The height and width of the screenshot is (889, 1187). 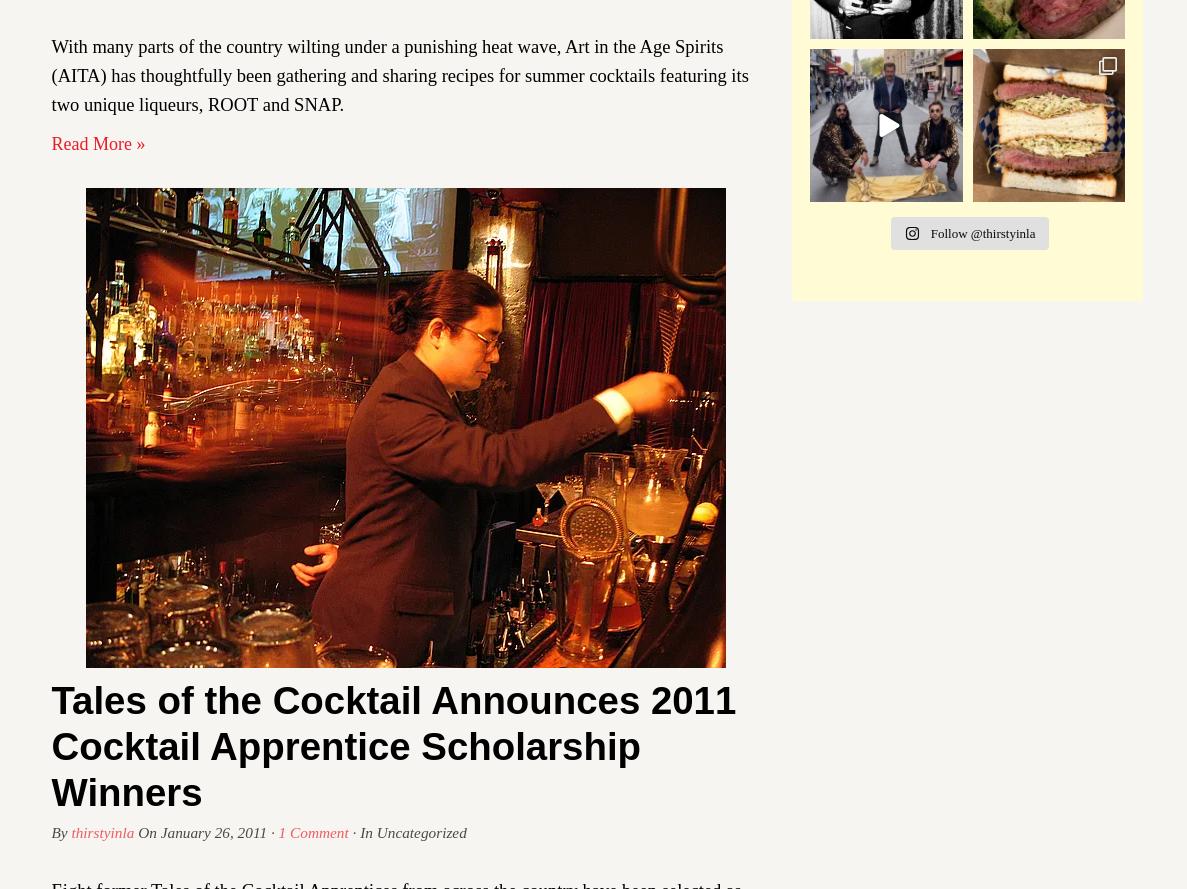 What do you see at coordinates (981, 231) in the screenshot?
I see `'Follow @thirstyinla'` at bounding box center [981, 231].